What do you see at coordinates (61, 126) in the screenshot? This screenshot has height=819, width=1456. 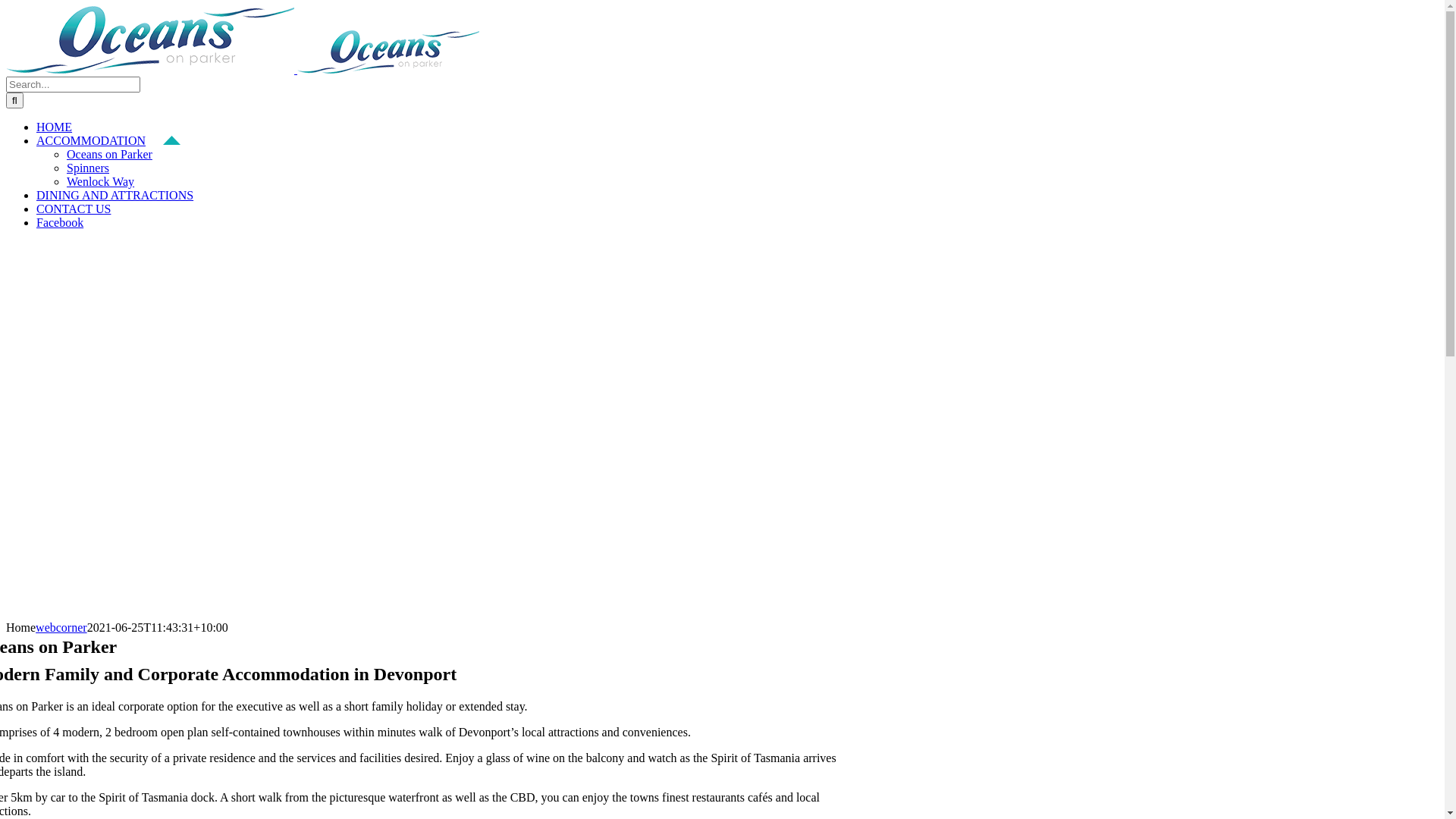 I see `'HOME'` at bounding box center [61, 126].